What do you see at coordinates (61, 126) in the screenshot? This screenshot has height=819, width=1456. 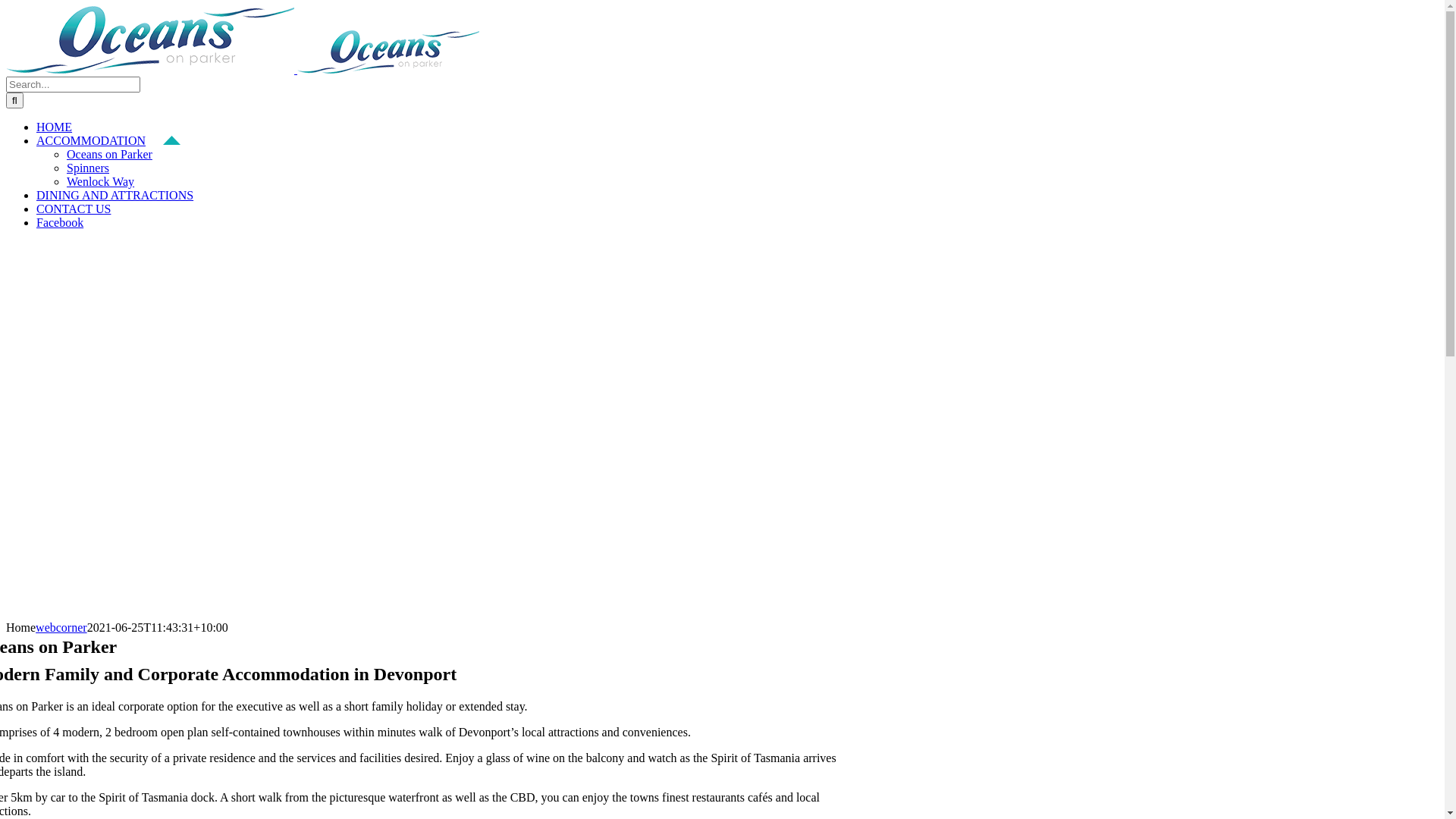 I see `'HOME'` at bounding box center [61, 126].